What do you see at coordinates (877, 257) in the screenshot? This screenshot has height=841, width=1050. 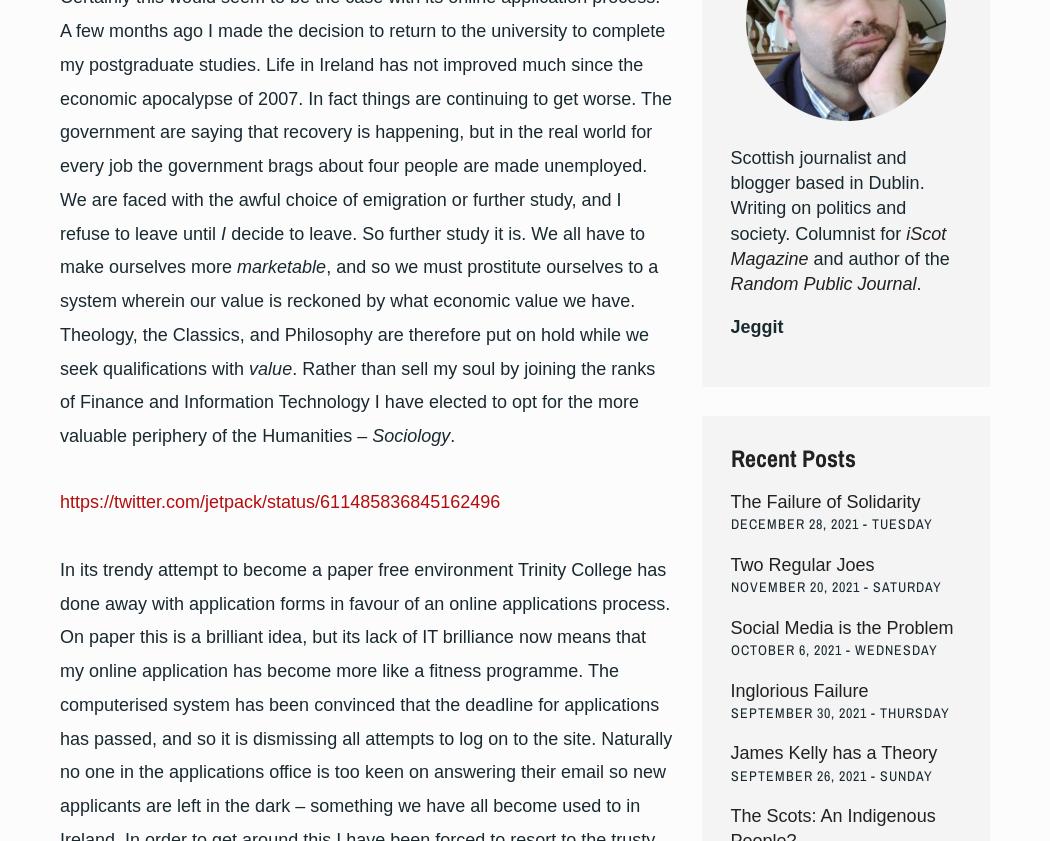 I see `'and author of the'` at bounding box center [877, 257].